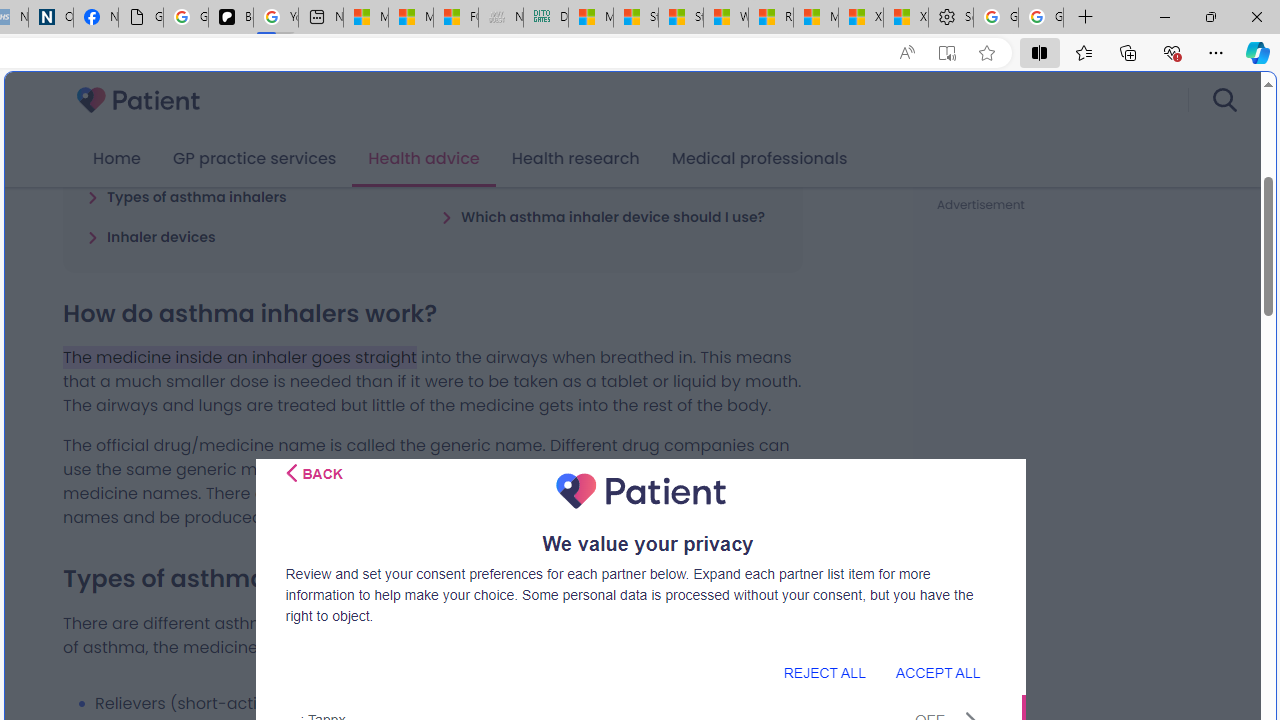 Image resolution: width=1280 pixels, height=720 pixels. What do you see at coordinates (139, 17) in the screenshot?
I see `'Google Analytics Opt-out Browser Add-on Download Page'` at bounding box center [139, 17].